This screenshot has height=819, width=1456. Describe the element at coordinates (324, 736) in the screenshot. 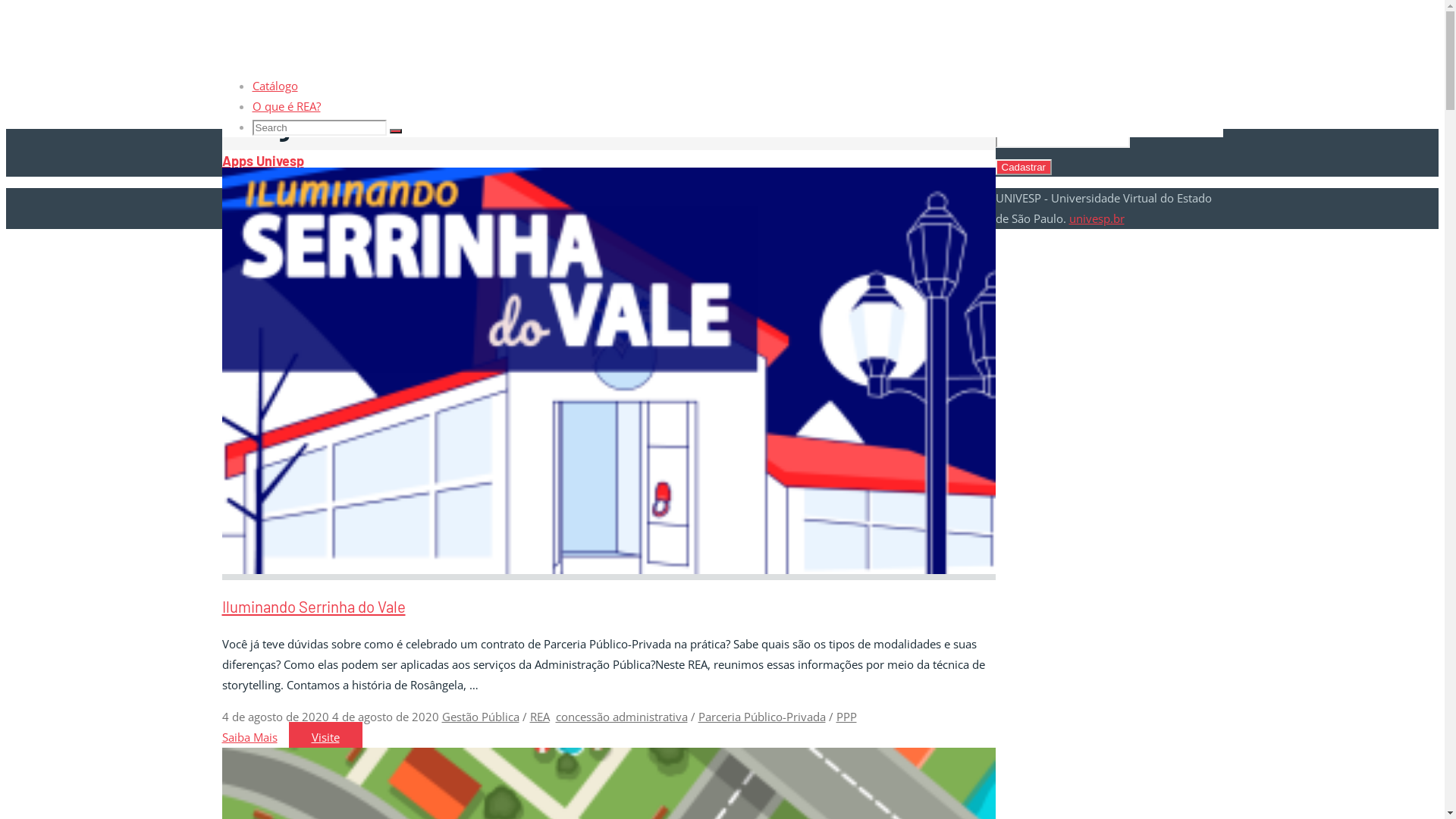

I see `'Visite` at that location.